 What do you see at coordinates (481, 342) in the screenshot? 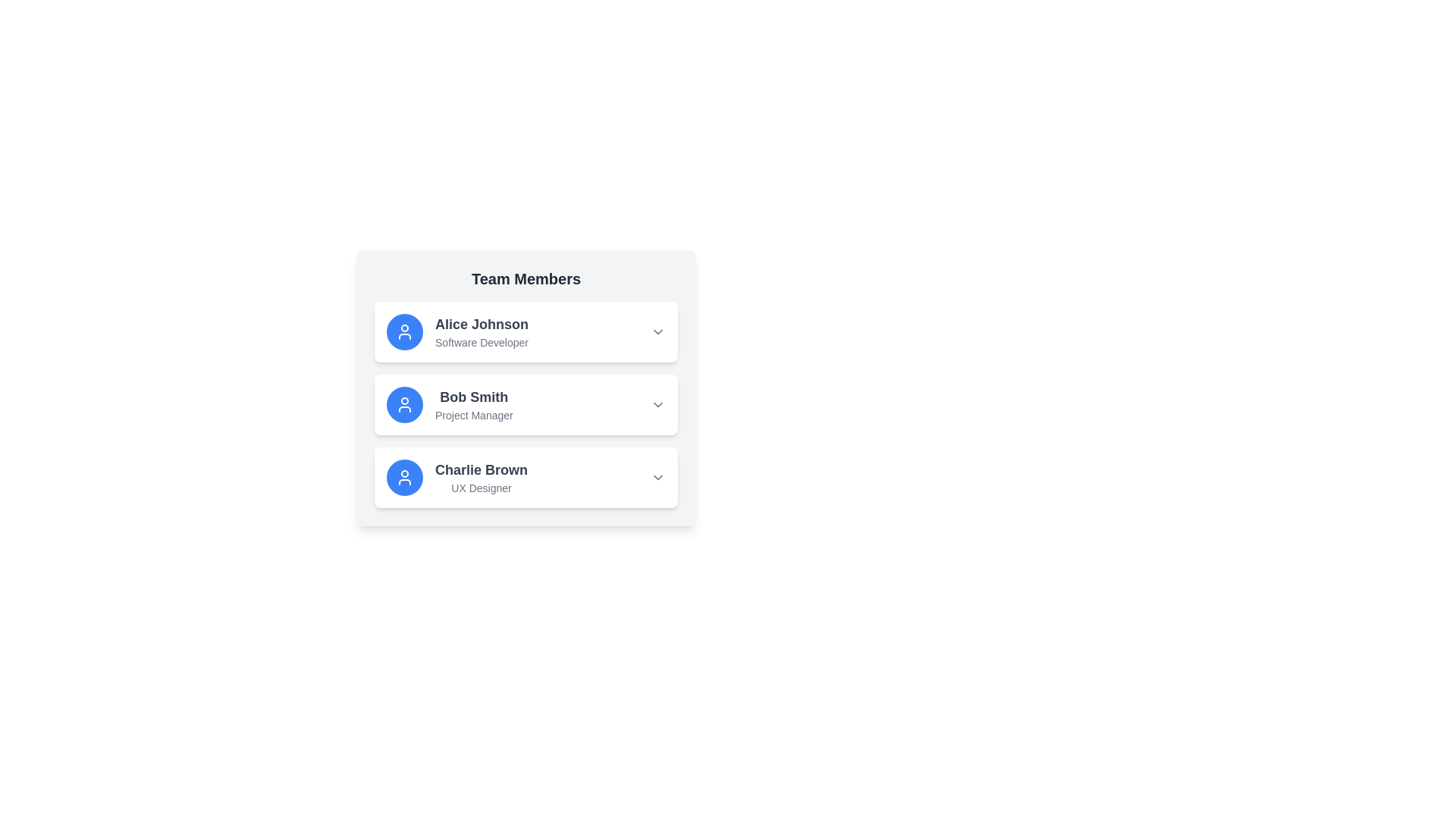
I see `the text label displaying 'Software Developer' which is located directly beneath 'Alice Johnson'` at bounding box center [481, 342].